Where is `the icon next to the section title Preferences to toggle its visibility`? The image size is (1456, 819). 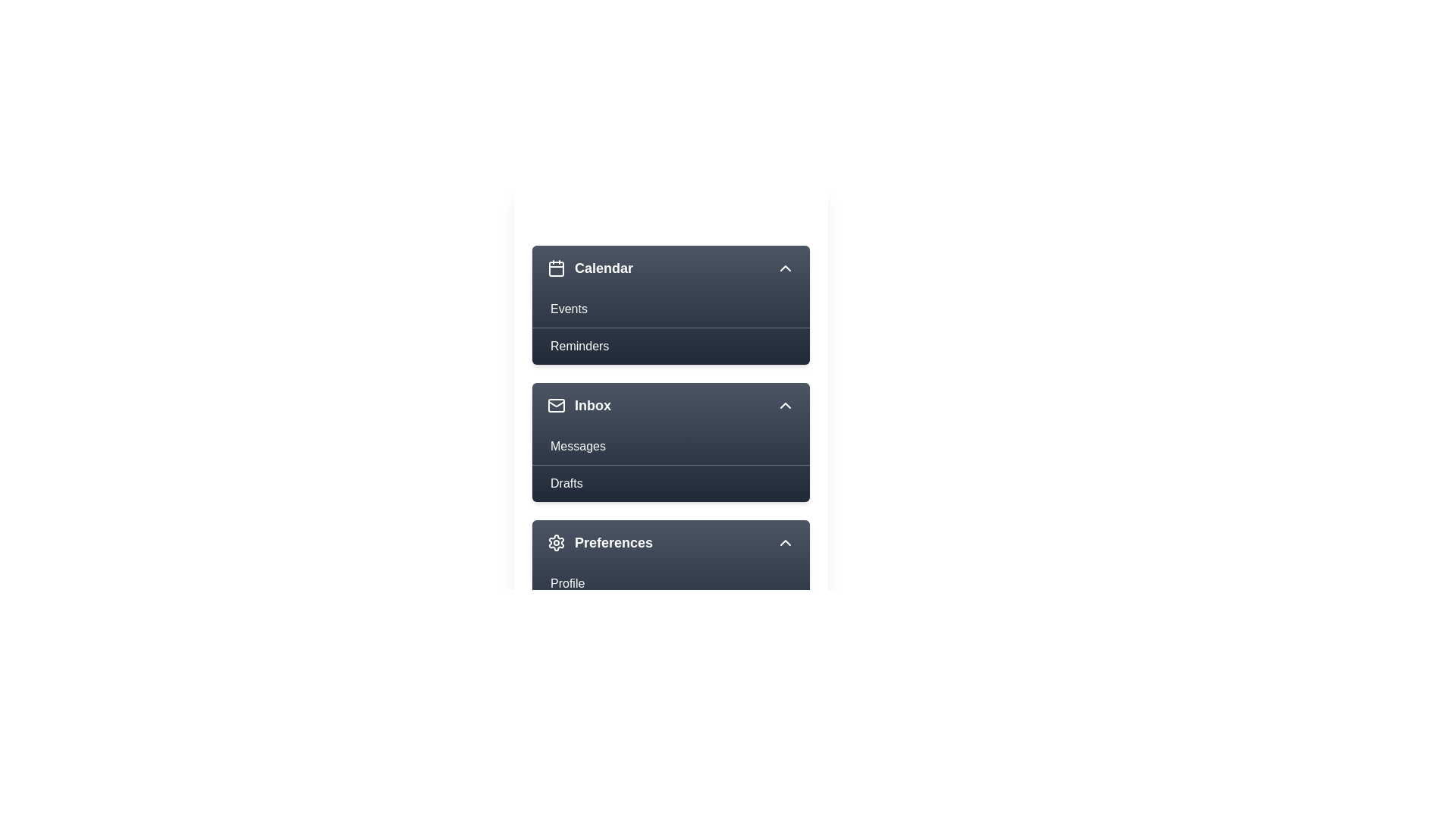
the icon next to the section title Preferences to toggle its visibility is located at coordinates (556, 542).